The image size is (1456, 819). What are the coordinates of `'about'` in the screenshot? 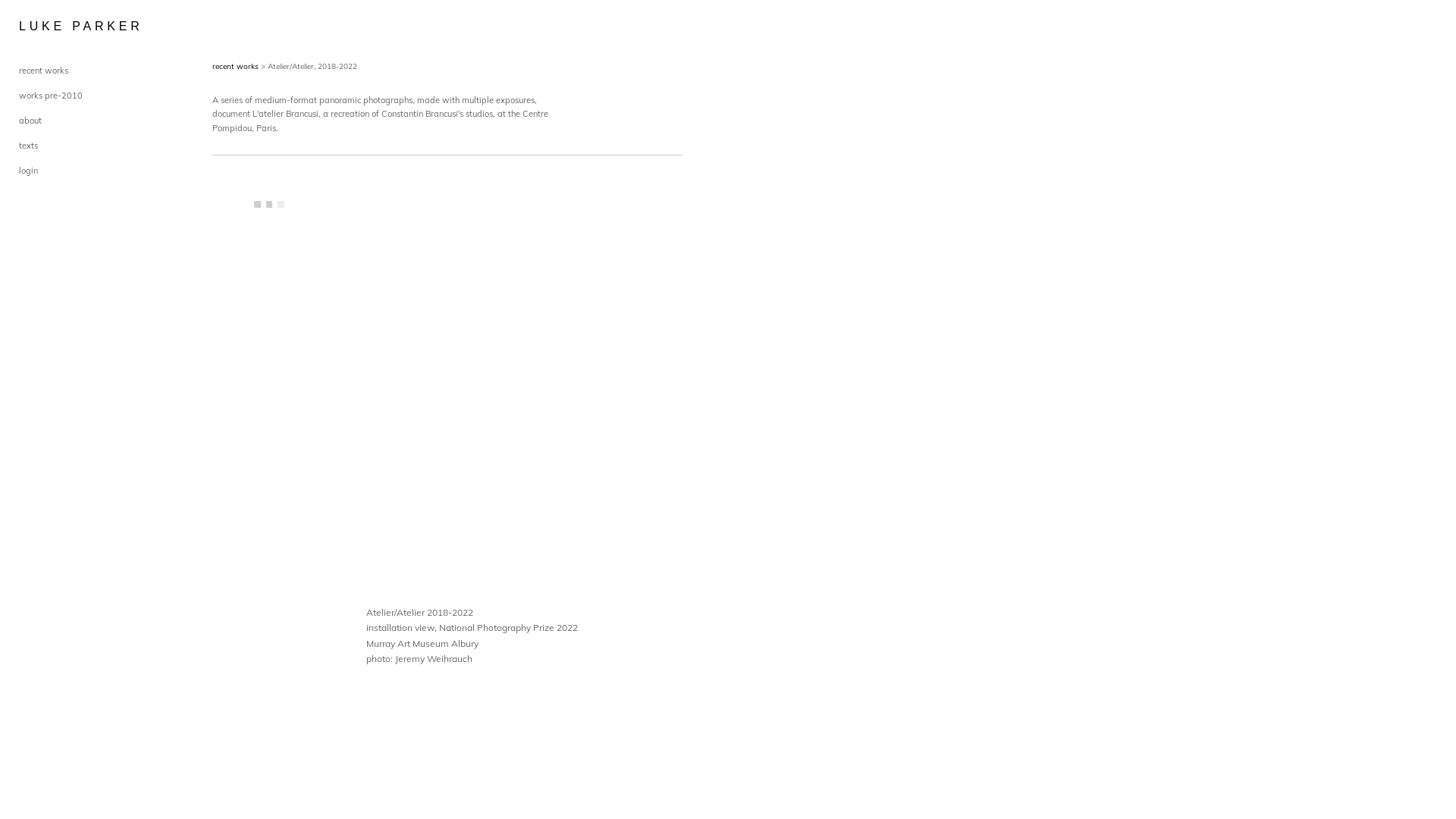 It's located at (30, 119).